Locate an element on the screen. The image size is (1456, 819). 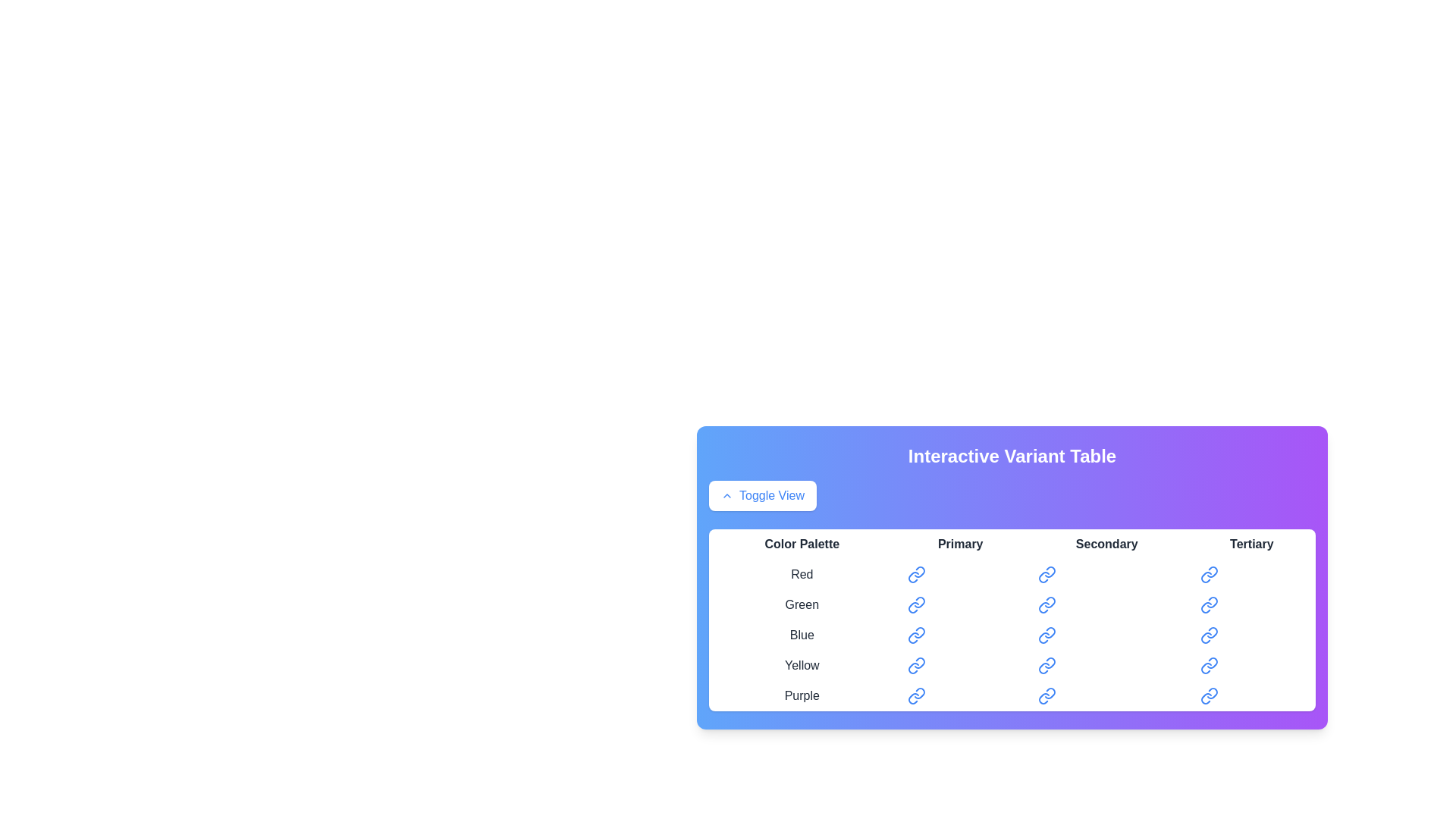
the hyperlink in the last row under the 'Primary' column of the 'Interactive Variant Table' associated with the 'Purple' color is located at coordinates (915, 696).